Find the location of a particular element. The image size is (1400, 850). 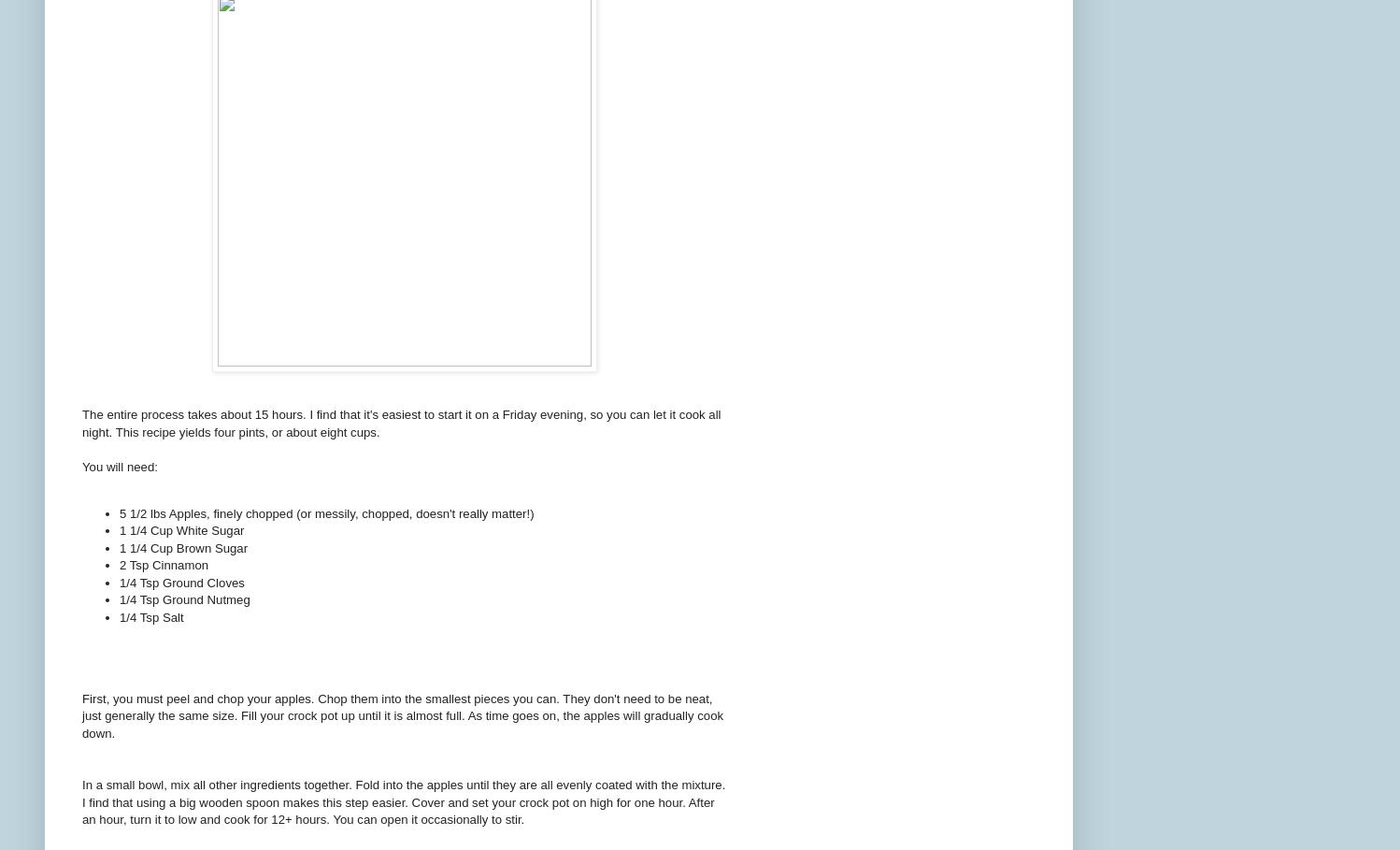

'First, you must peel and chop your apples. Chop them into the smallest pieces you can. They don't need to be neat, just generally the same size. Fill your crock pot up until it is almost full. As time goes on, the apples will gradually cook down.' is located at coordinates (402, 715).